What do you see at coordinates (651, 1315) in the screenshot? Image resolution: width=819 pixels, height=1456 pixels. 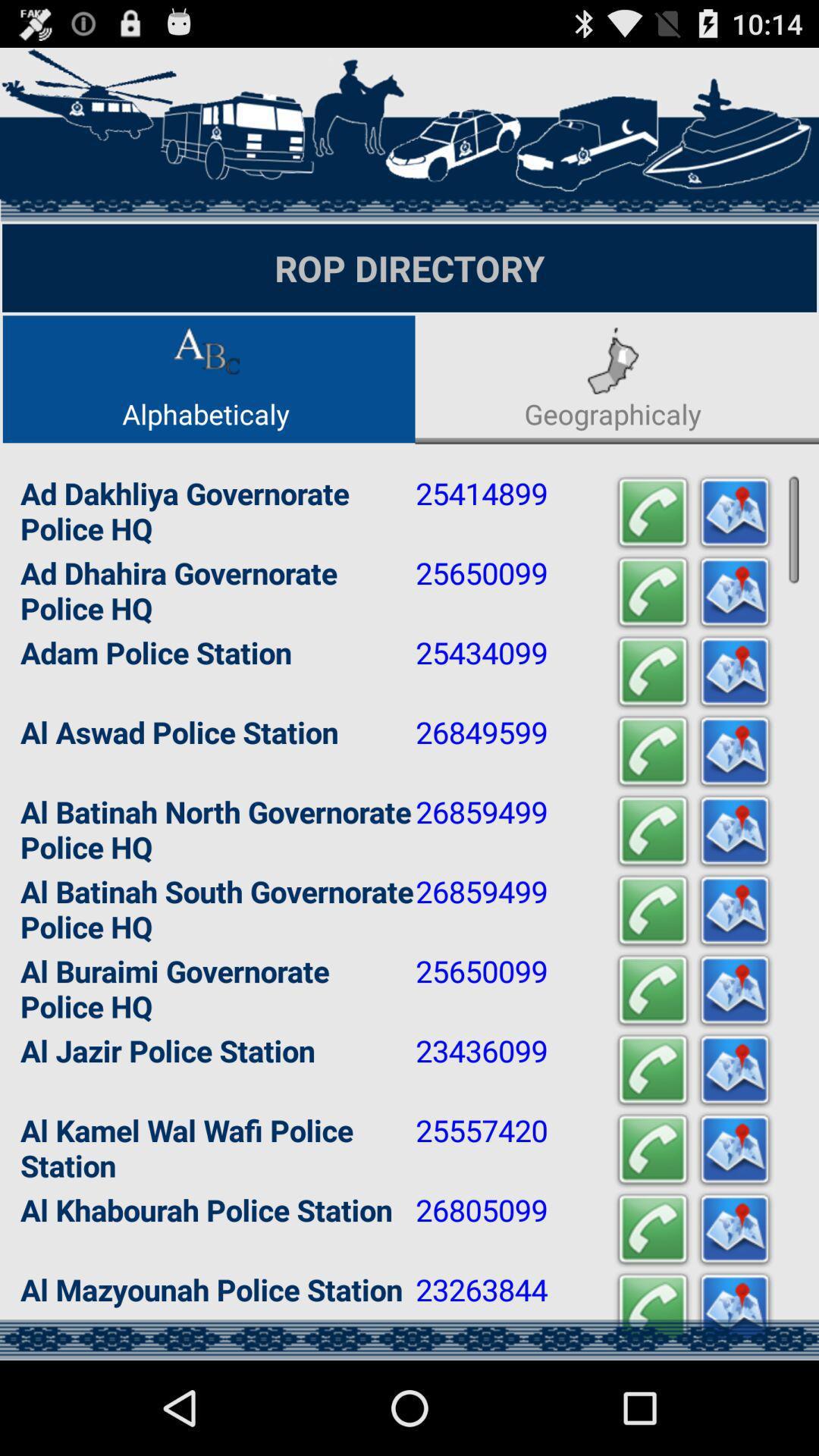 I see `the call icon` at bounding box center [651, 1315].